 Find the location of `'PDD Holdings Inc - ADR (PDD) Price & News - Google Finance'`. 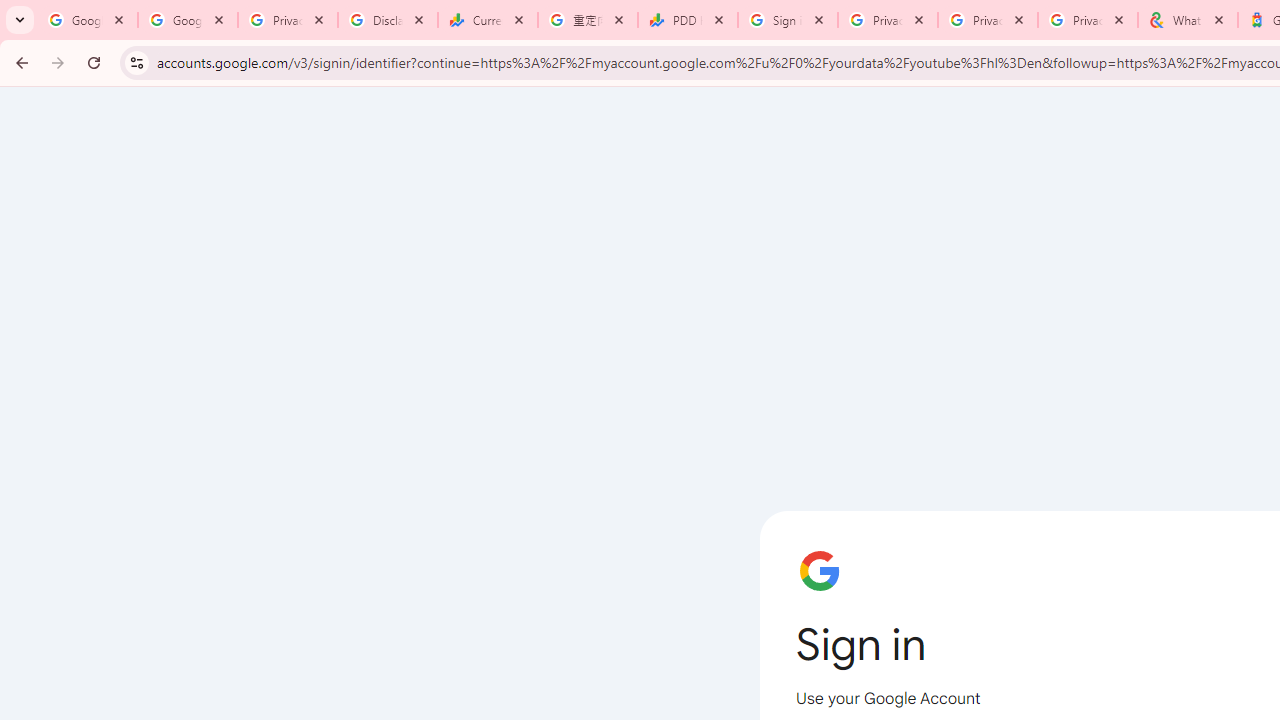

'PDD Holdings Inc - ADR (PDD) Price & News - Google Finance' is located at coordinates (688, 20).